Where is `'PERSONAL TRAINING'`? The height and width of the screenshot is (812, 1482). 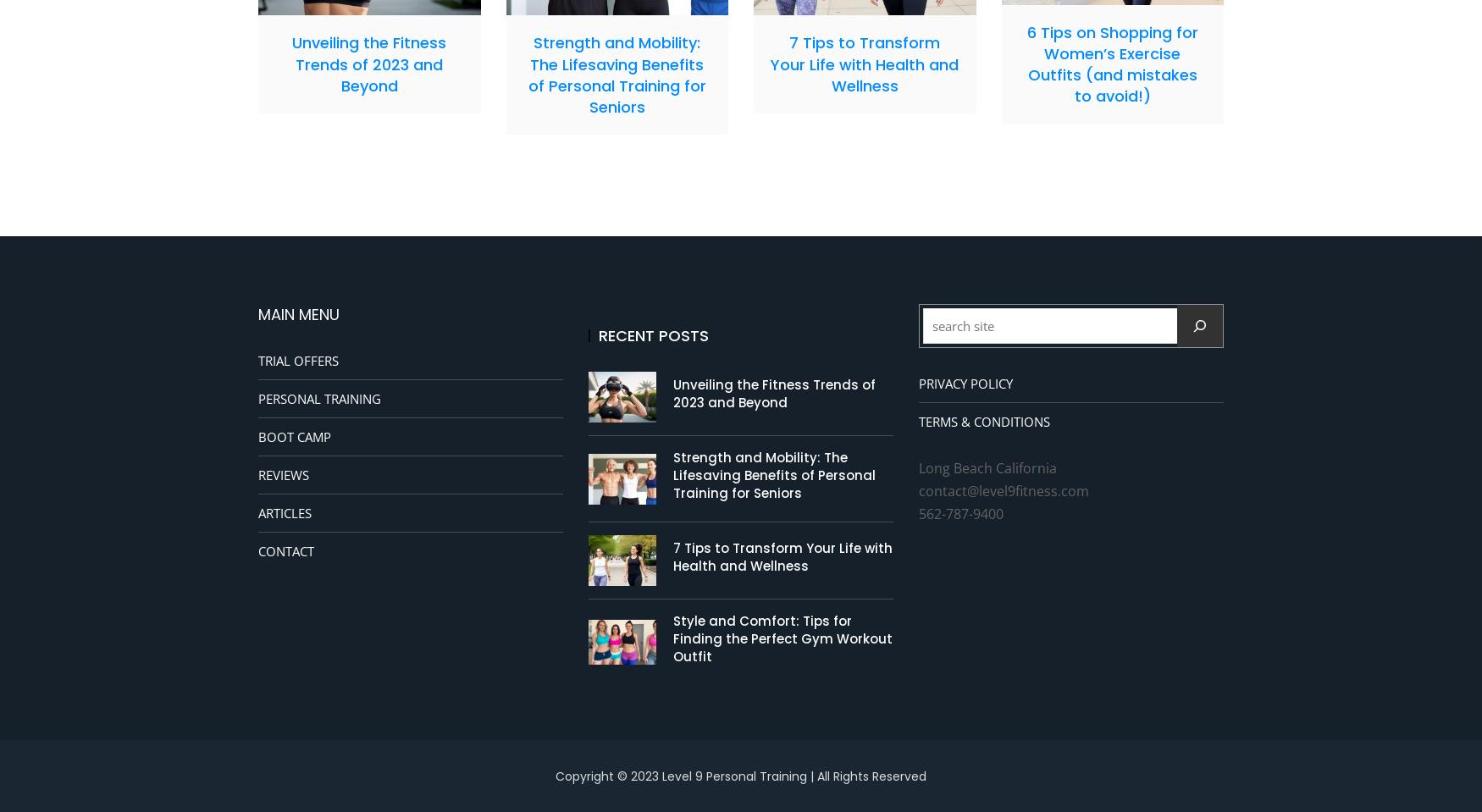
'PERSONAL TRAINING' is located at coordinates (318, 397).